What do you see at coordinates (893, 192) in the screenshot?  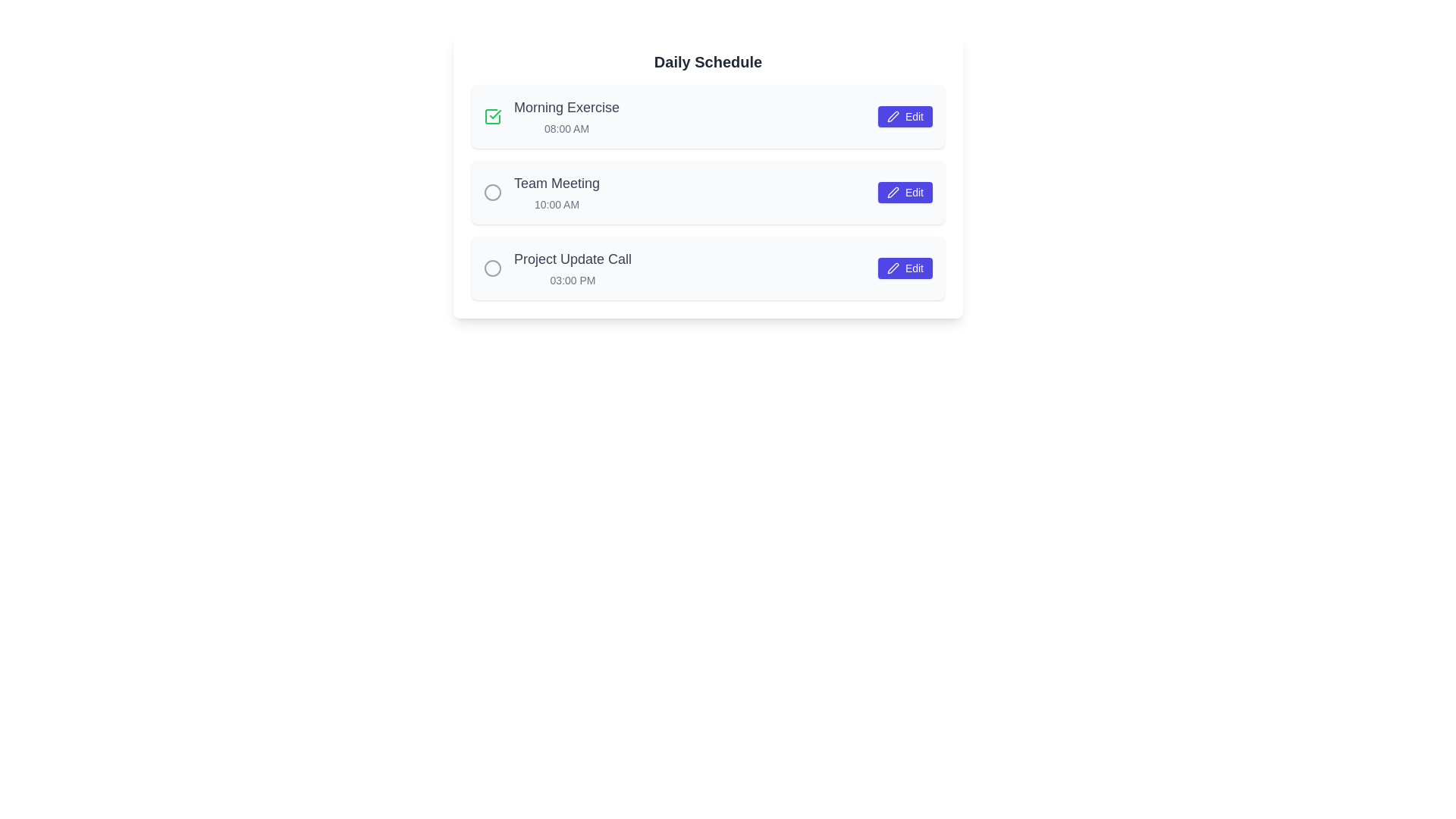 I see `the pen-shaped icon inside the 'Edit' button of the 'Team Meeting' entry in the 'Daily Schedule' list for visual feedback` at bounding box center [893, 192].